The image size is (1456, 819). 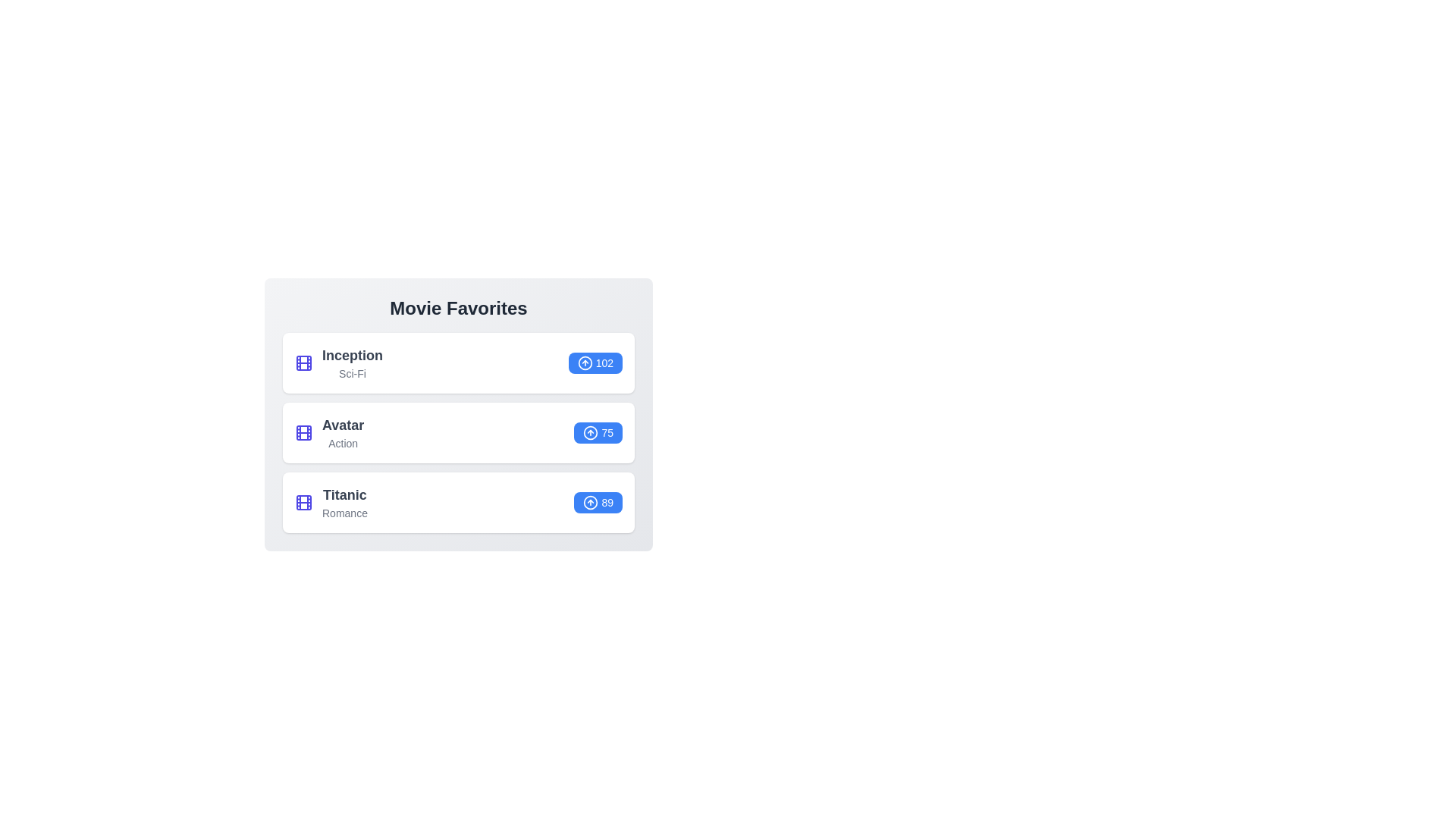 I want to click on vote button next to the movie Inception to increment its vote count, so click(x=595, y=362).